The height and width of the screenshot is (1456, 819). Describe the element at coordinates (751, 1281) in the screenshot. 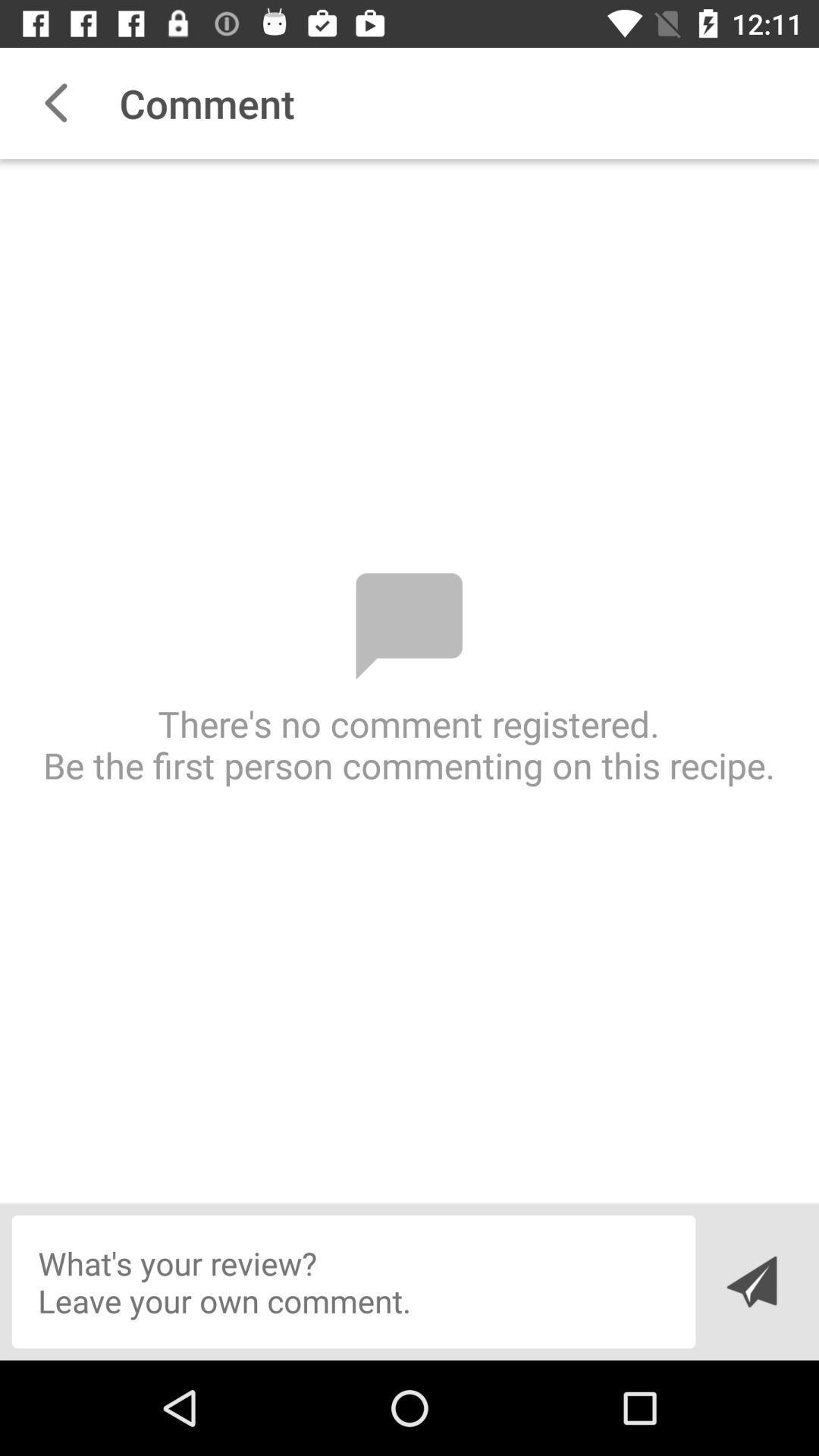

I see `send message` at that location.